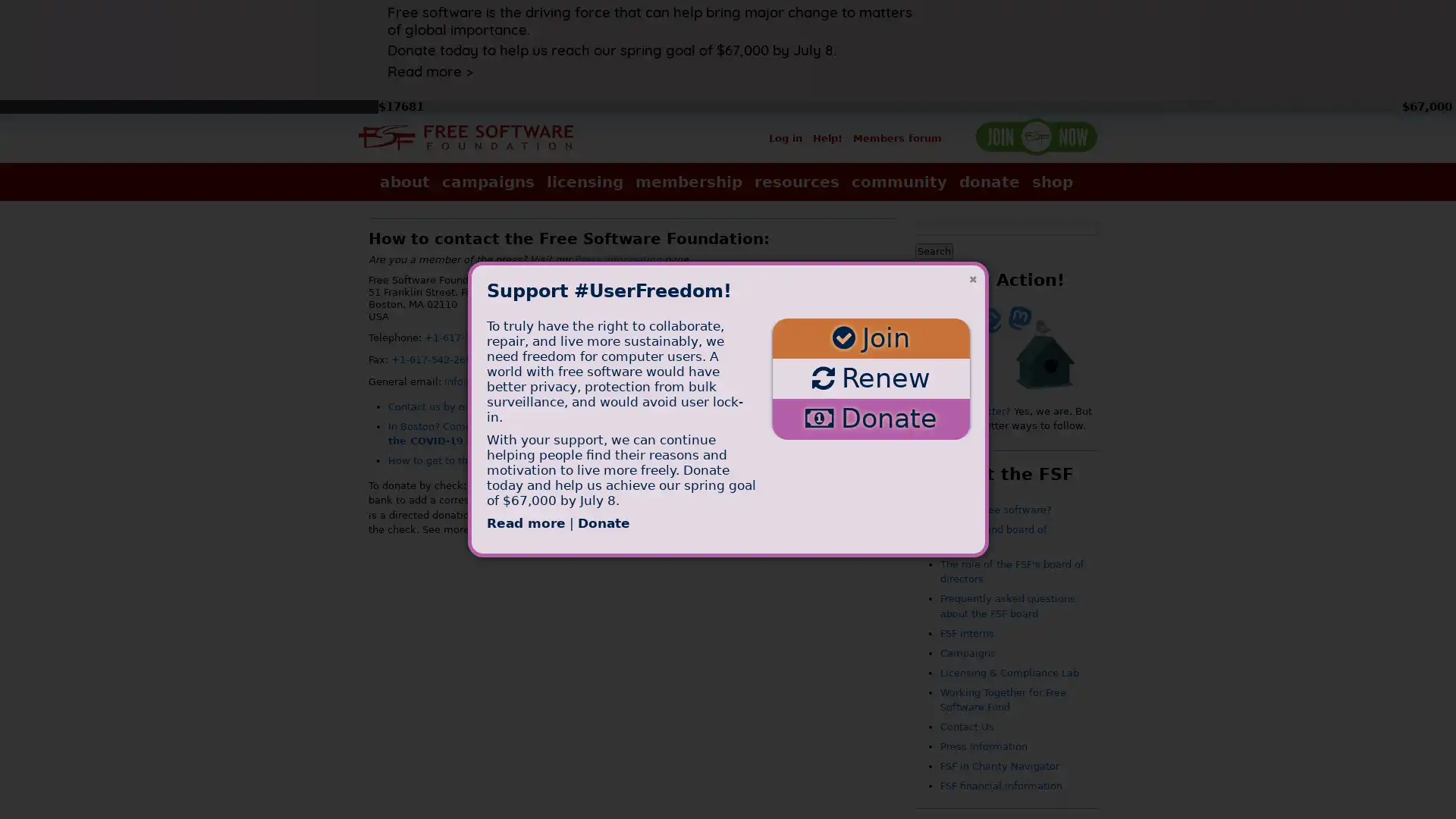  Describe the element at coordinates (934, 249) in the screenshot. I see `Search` at that location.